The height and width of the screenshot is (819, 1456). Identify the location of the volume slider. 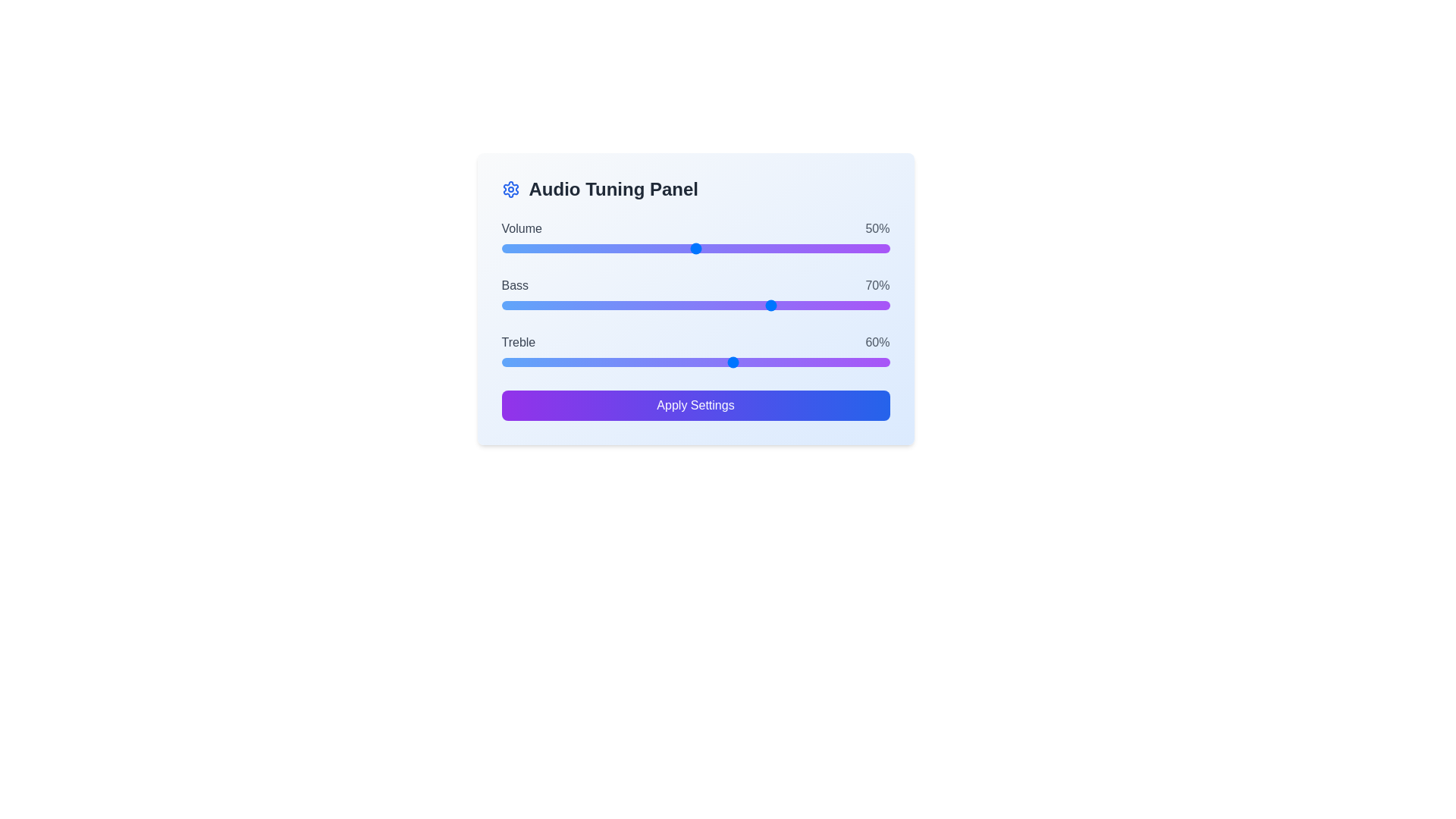
(637, 247).